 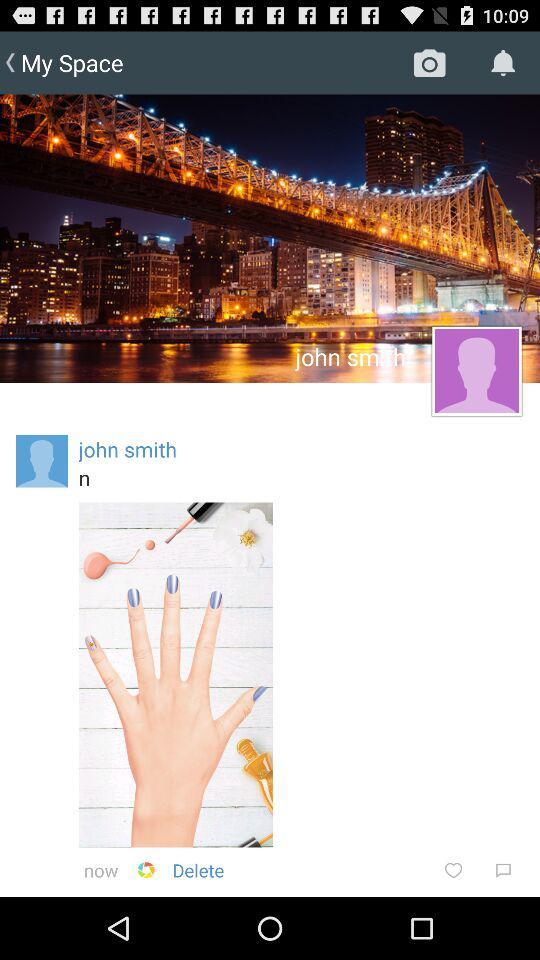 I want to click on the icon to the right of my space icon, so click(x=428, y=62).